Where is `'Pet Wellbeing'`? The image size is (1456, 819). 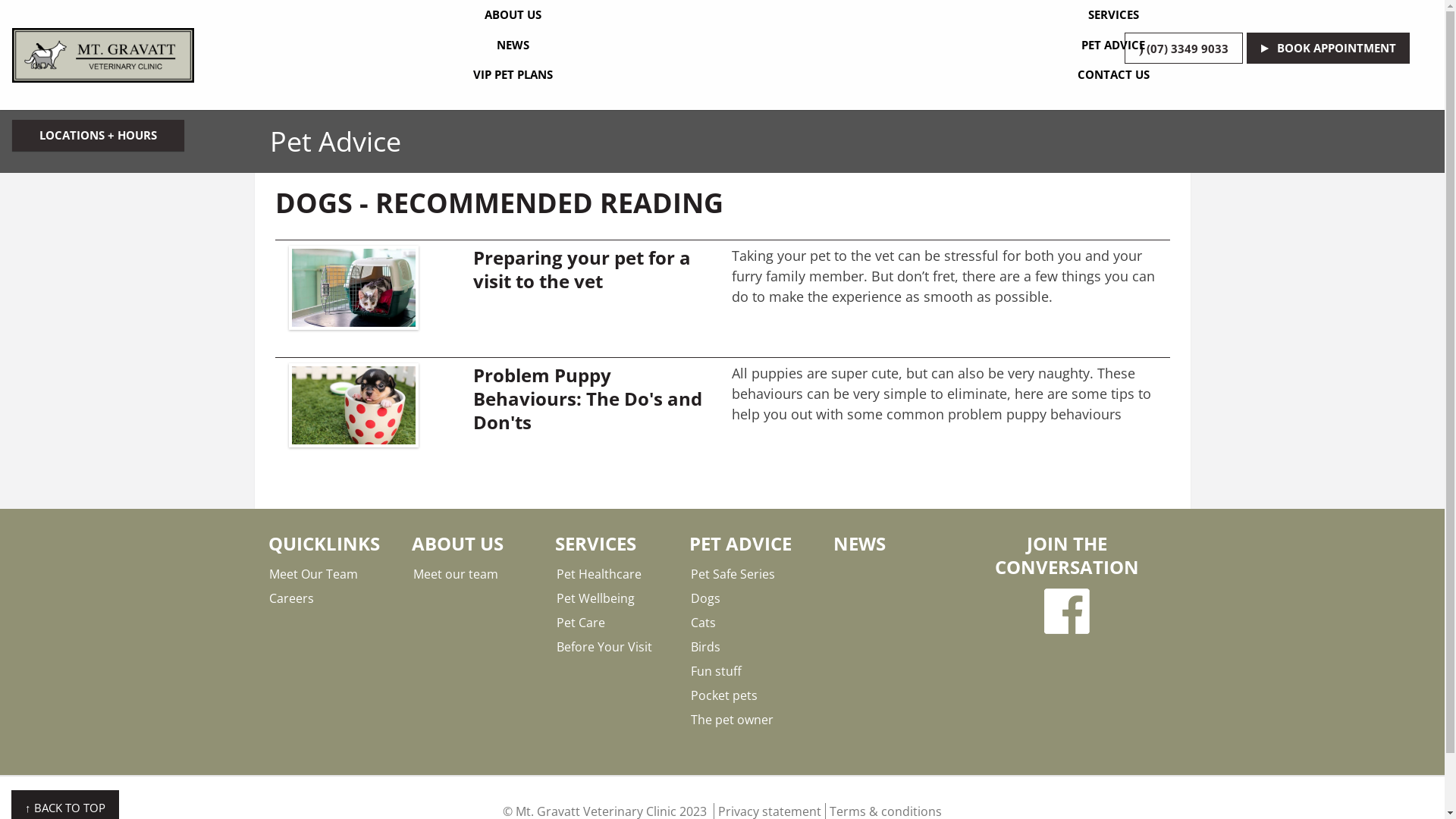
'Pet Wellbeing' is located at coordinates (617, 598).